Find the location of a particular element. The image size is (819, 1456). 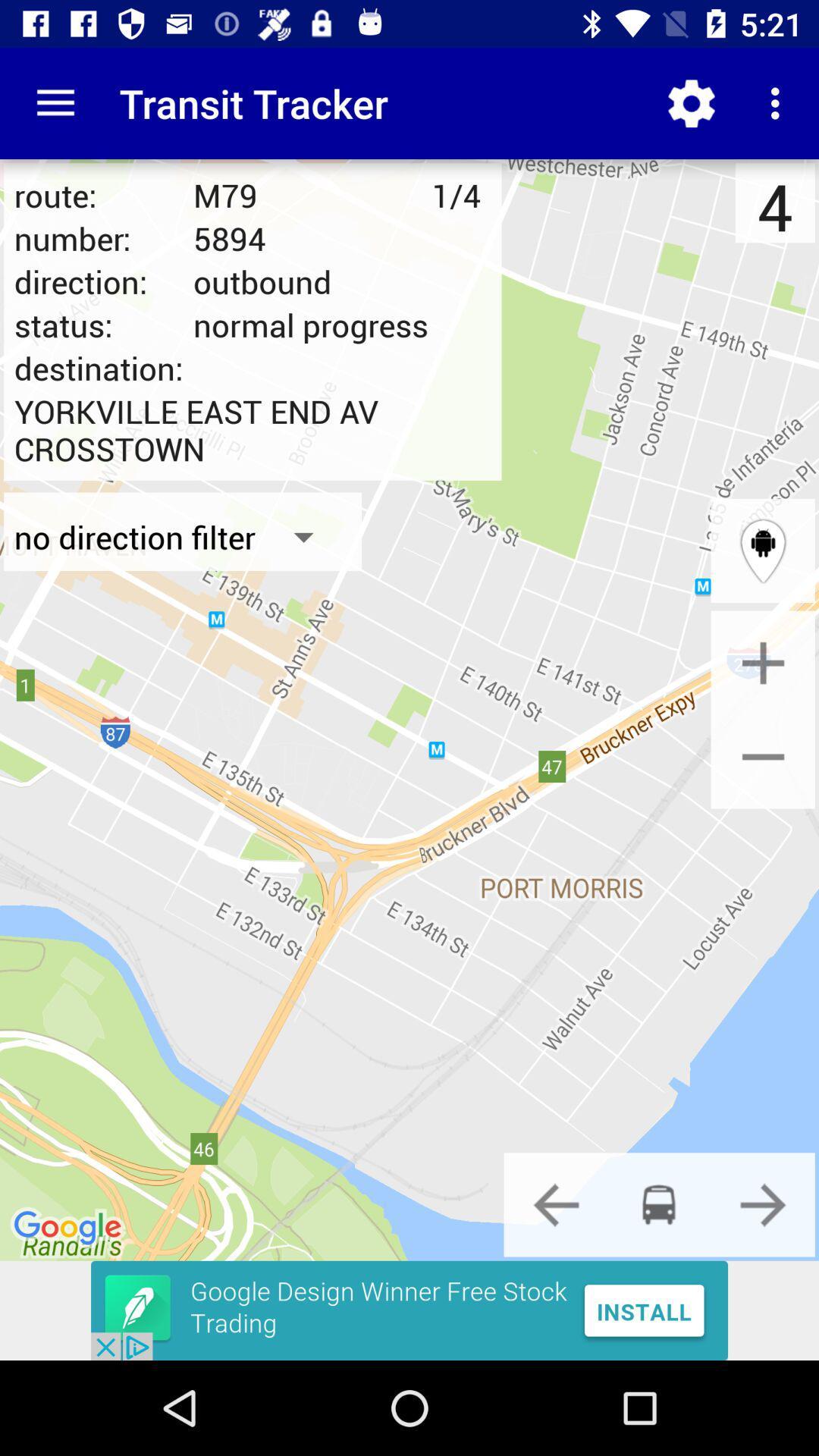

center on current location is located at coordinates (763, 550).